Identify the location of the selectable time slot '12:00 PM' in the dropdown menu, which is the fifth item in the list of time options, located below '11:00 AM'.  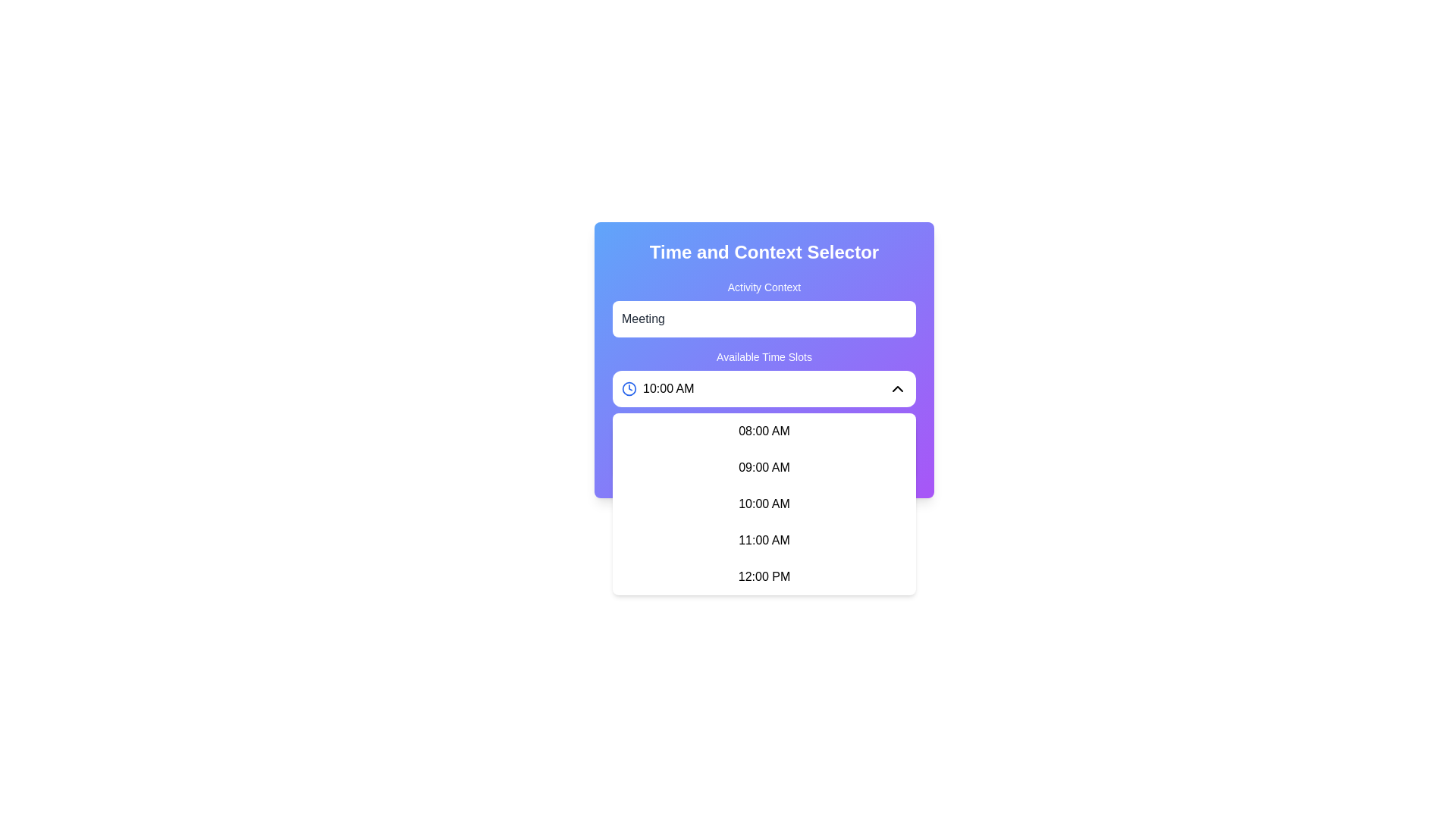
(764, 576).